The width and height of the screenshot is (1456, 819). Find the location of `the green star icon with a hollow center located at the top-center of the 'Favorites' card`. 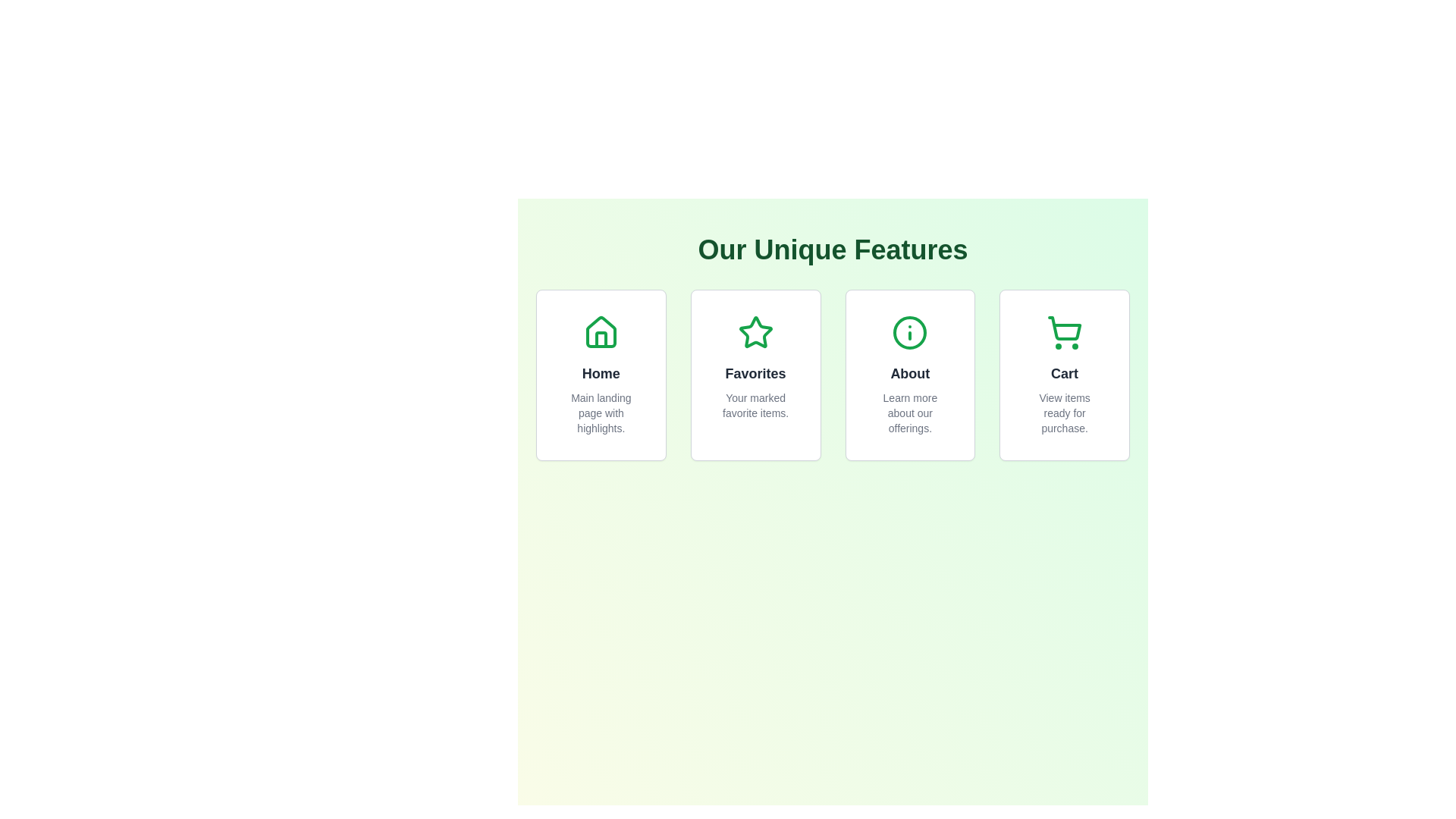

the green star icon with a hollow center located at the top-center of the 'Favorites' card is located at coordinates (755, 332).